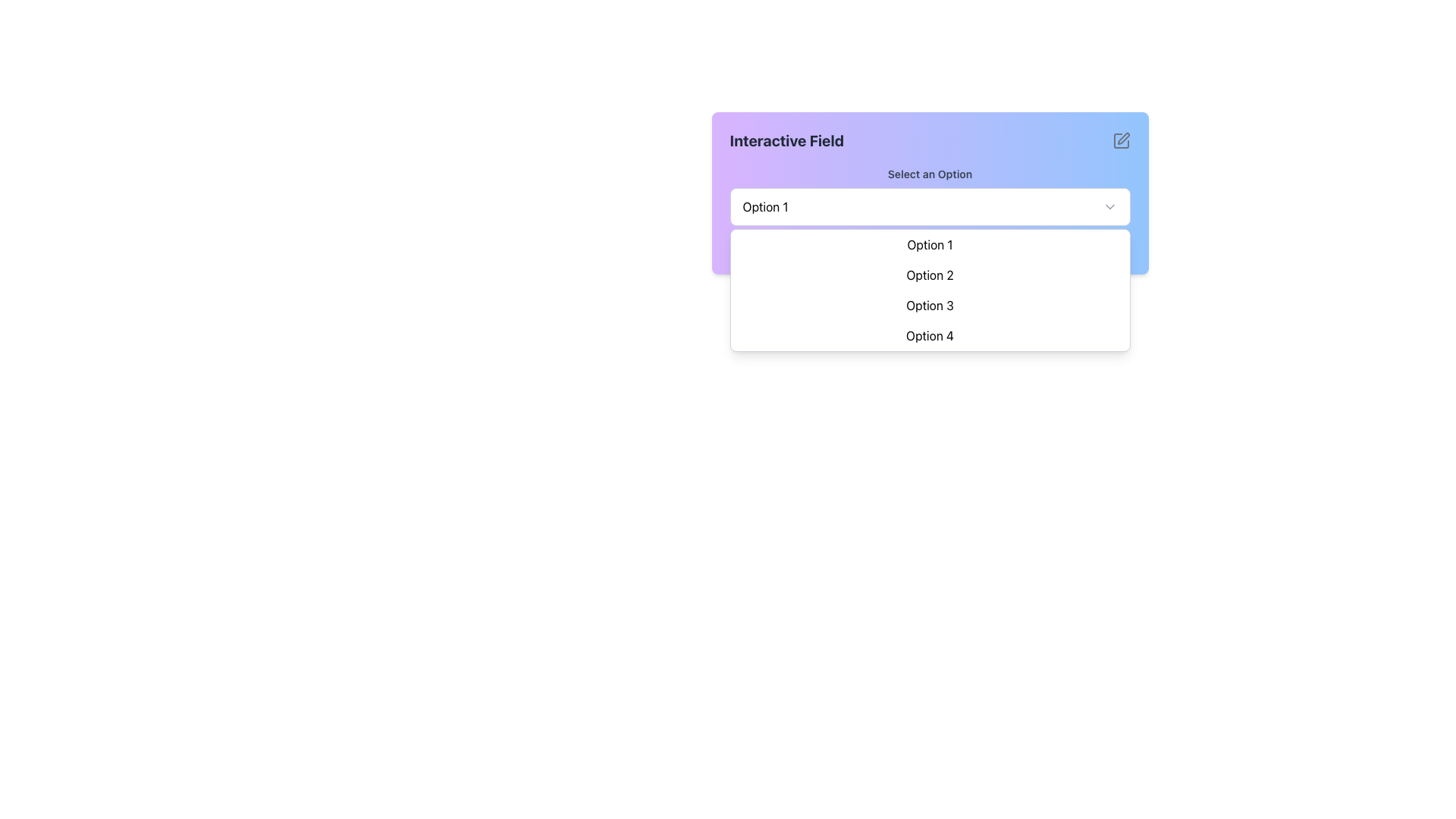 The image size is (1456, 819). I want to click on the first entry of the dropdown menu labeled 'Option 1', so click(929, 244).